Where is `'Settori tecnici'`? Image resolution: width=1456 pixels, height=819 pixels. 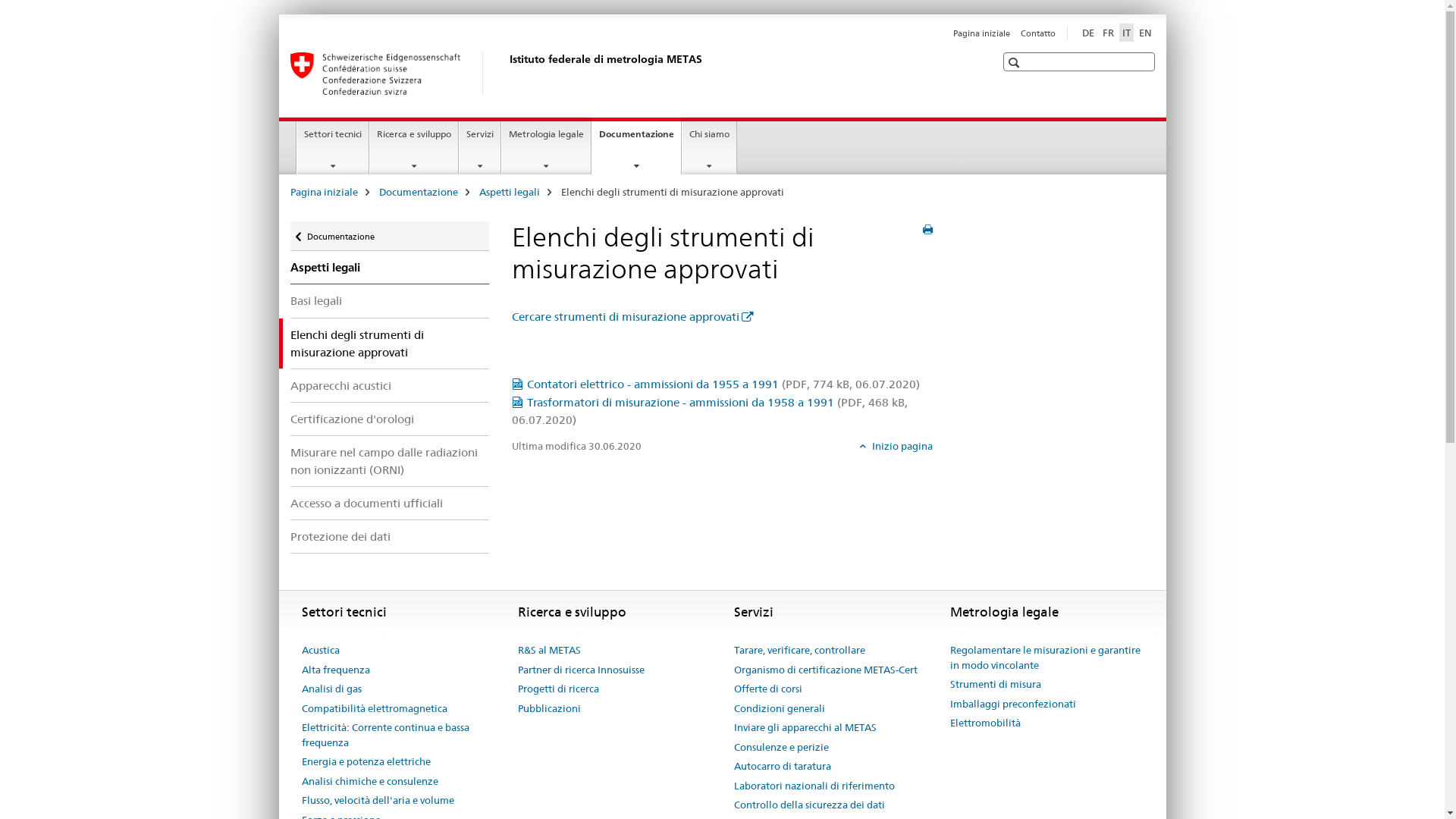 'Settori tecnici' is located at coordinates (331, 148).